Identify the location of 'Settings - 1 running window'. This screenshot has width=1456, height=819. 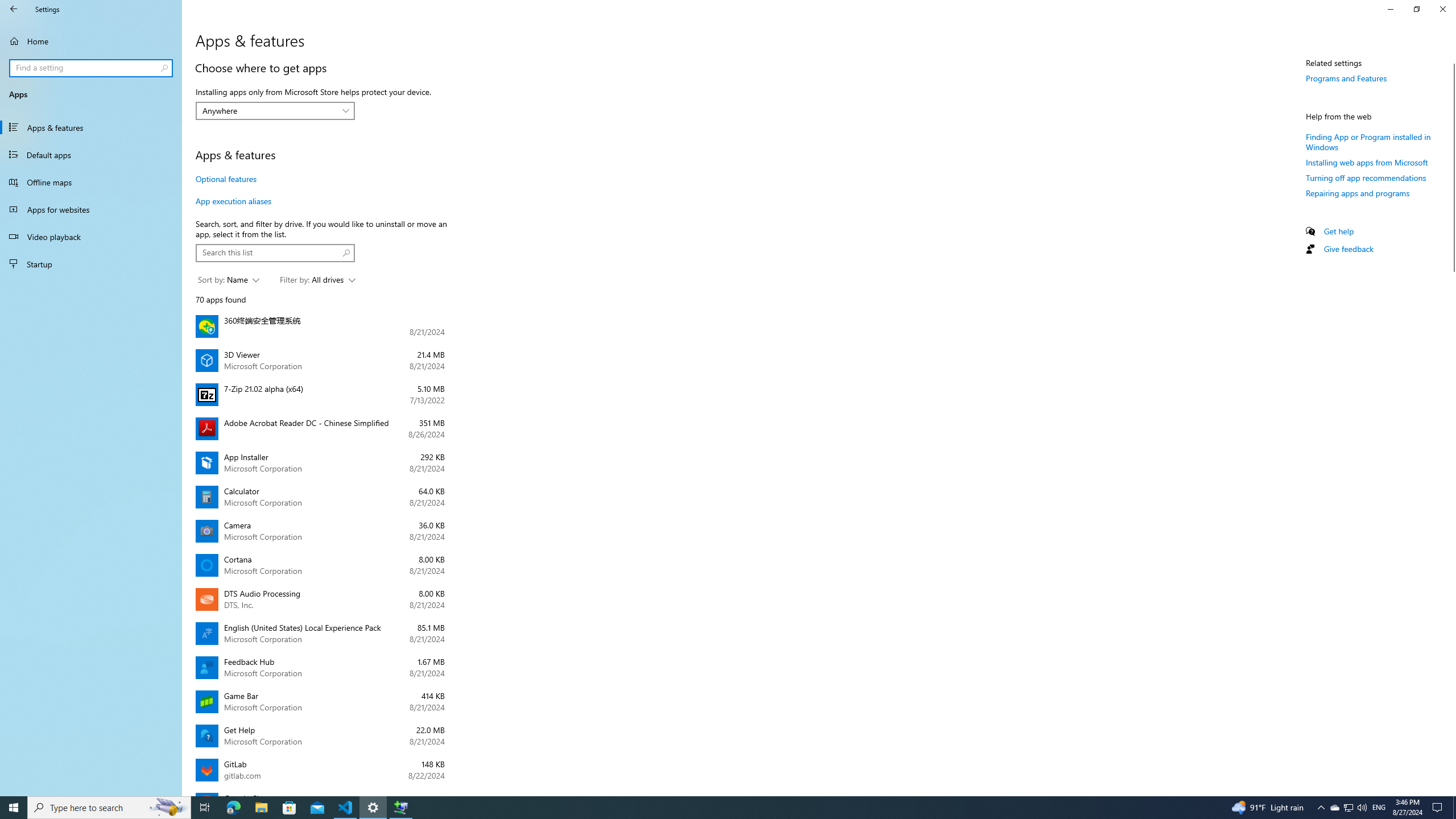
(373, 806).